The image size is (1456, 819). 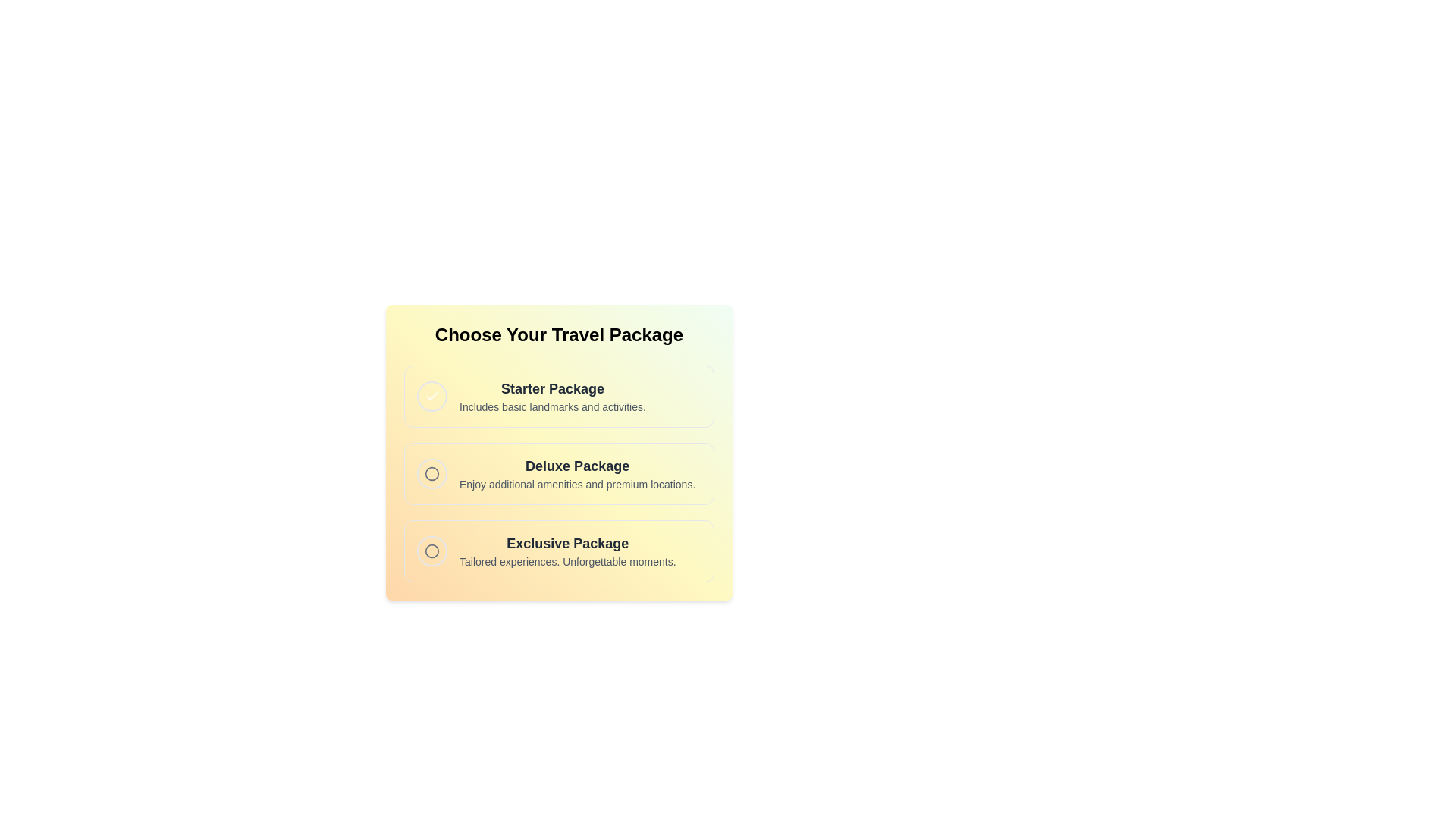 What do you see at coordinates (566, 543) in the screenshot?
I see `the text label indicating the exclusivity of the travel package, which is the third item in the list under 'Choose Your Travel Package'` at bounding box center [566, 543].